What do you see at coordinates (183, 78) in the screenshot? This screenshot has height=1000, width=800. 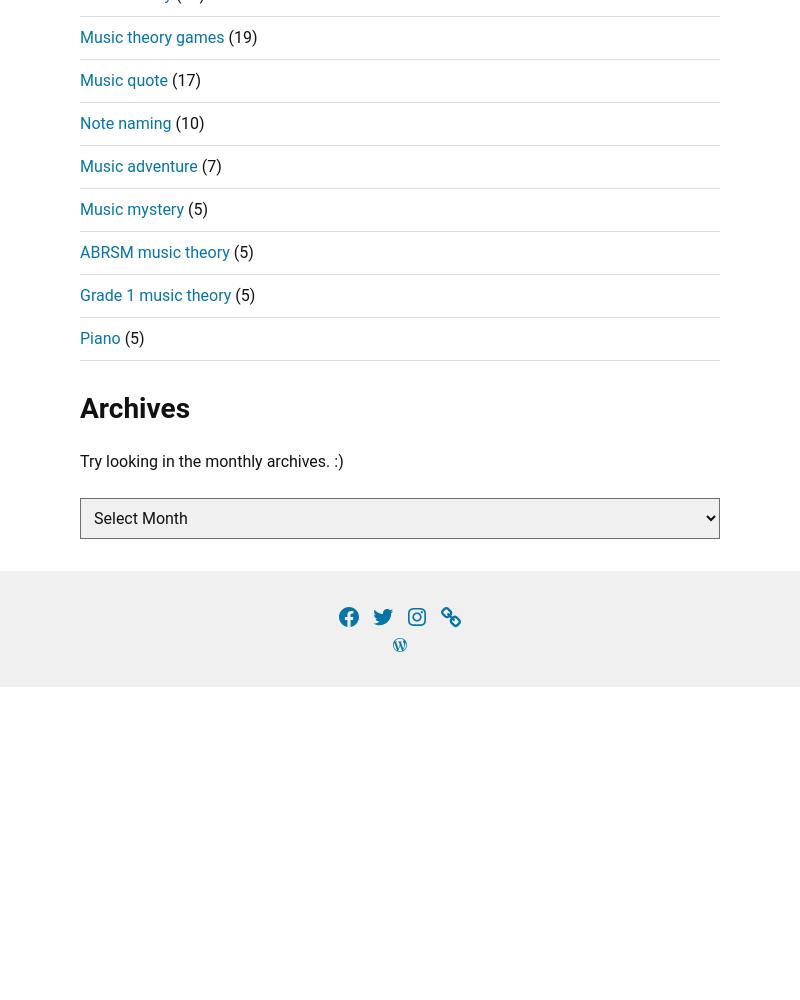 I see `'(17)'` at bounding box center [183, 78].